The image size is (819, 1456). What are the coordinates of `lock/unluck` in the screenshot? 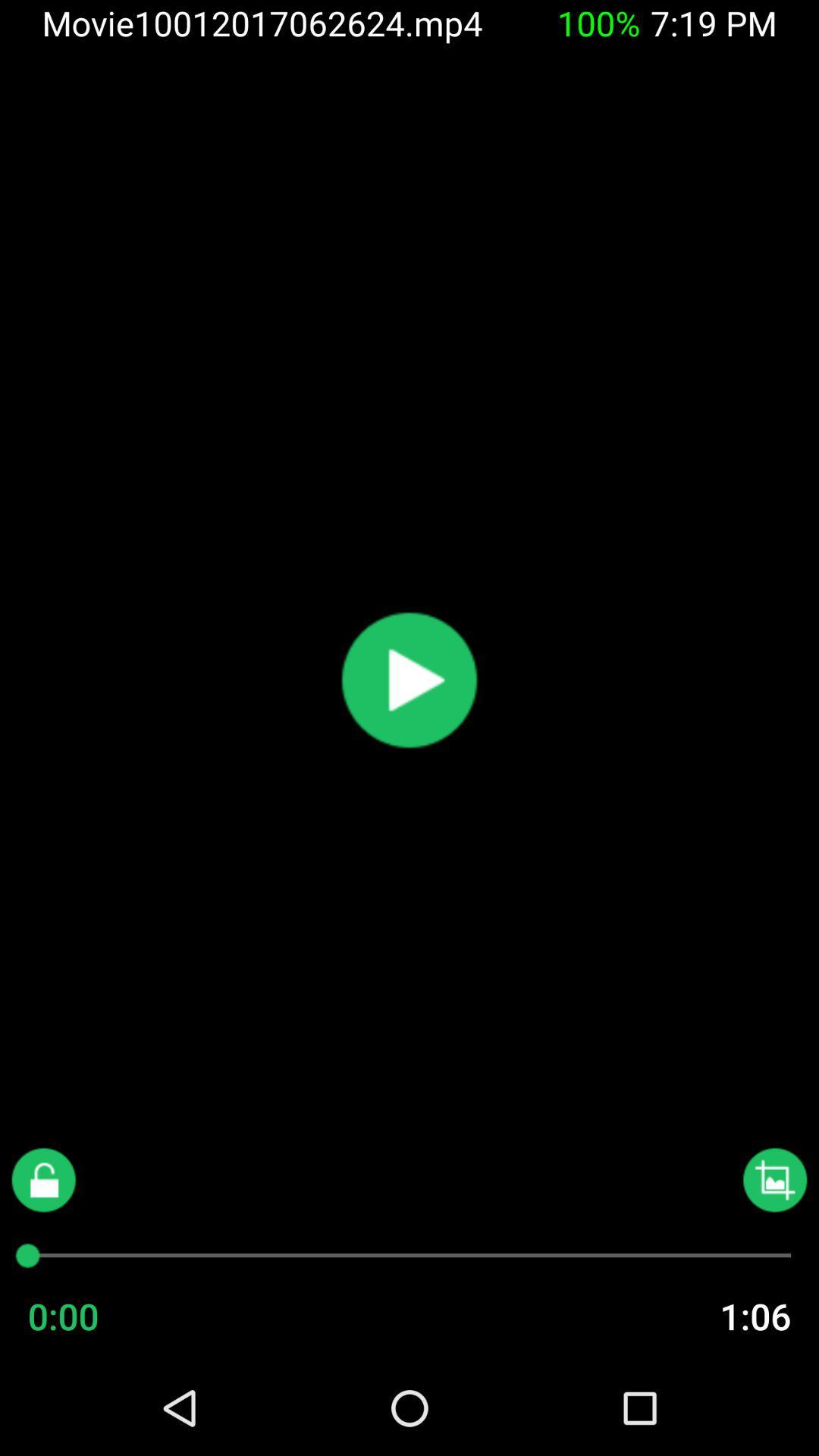 It's located at (42, 1179).